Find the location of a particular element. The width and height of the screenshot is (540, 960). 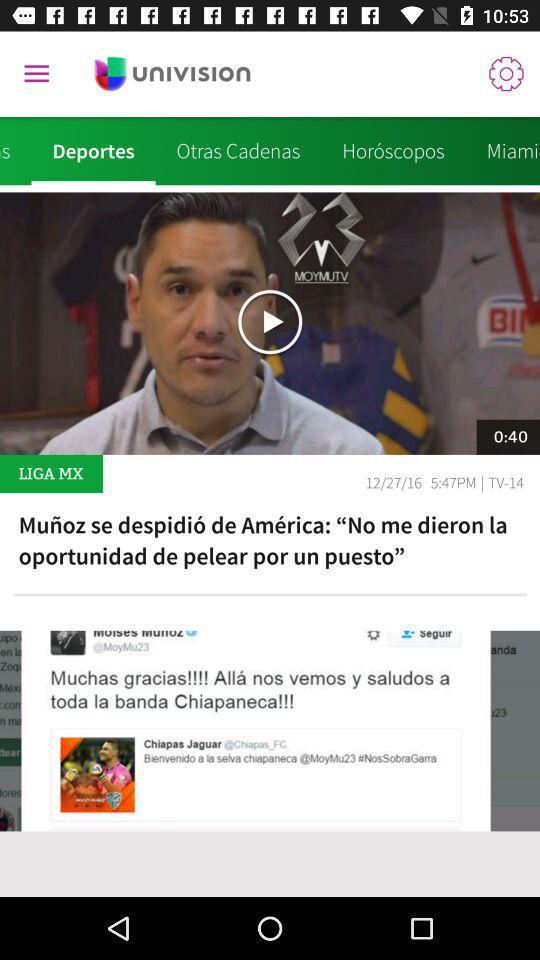

the icon above the miami is located at coordinates (505, 74).